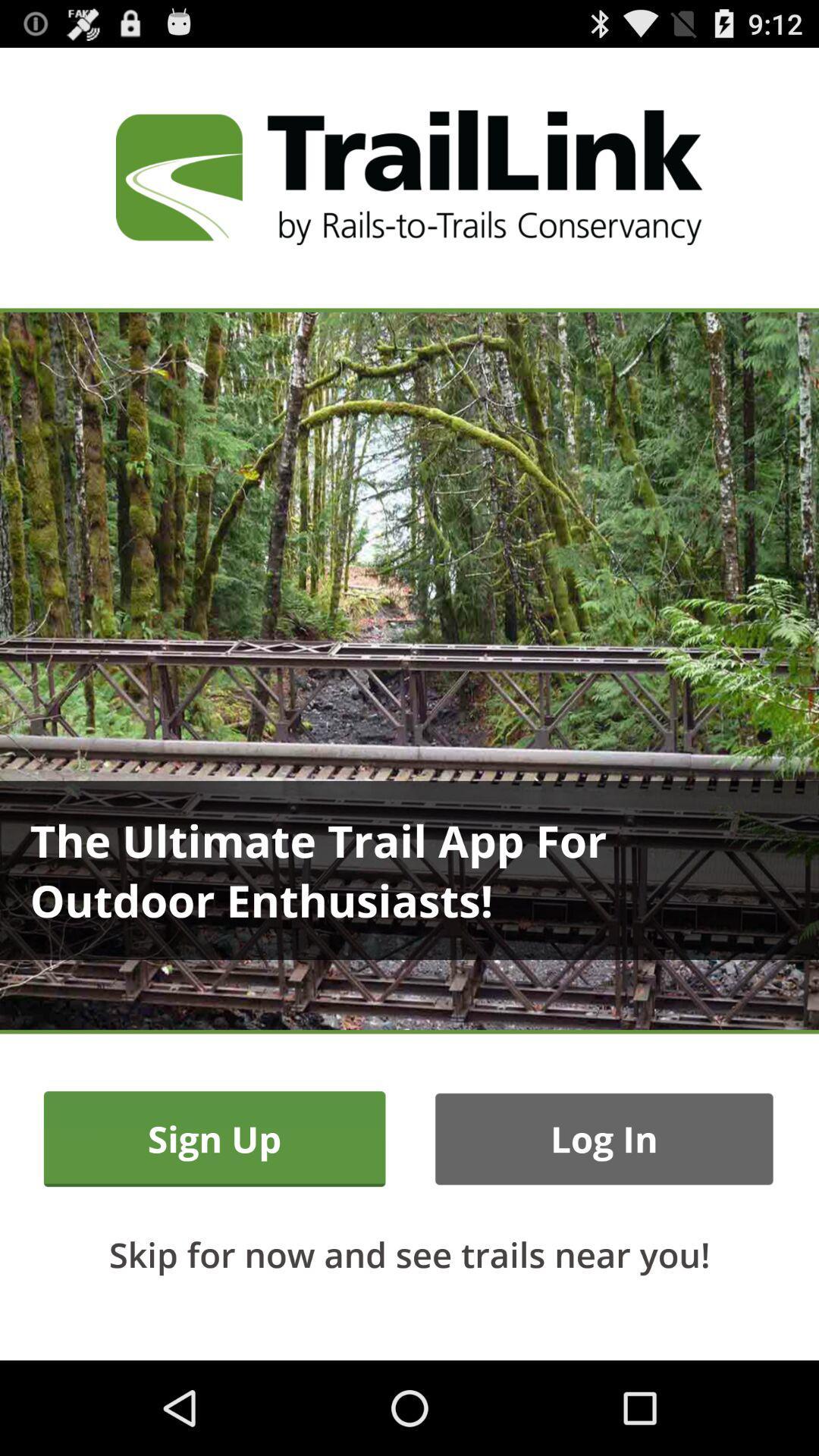  I want to click on the icon above the skip for now icon, so click(603, 1139).